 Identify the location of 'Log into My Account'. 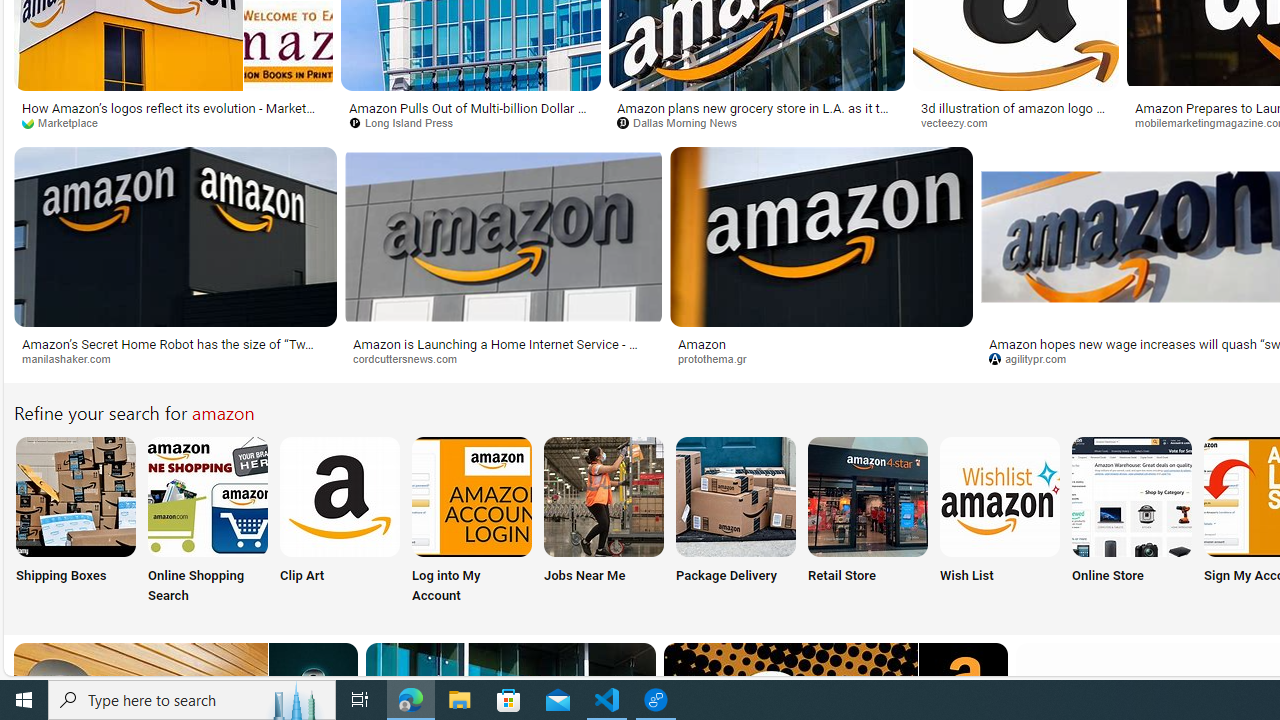
(471, 521).